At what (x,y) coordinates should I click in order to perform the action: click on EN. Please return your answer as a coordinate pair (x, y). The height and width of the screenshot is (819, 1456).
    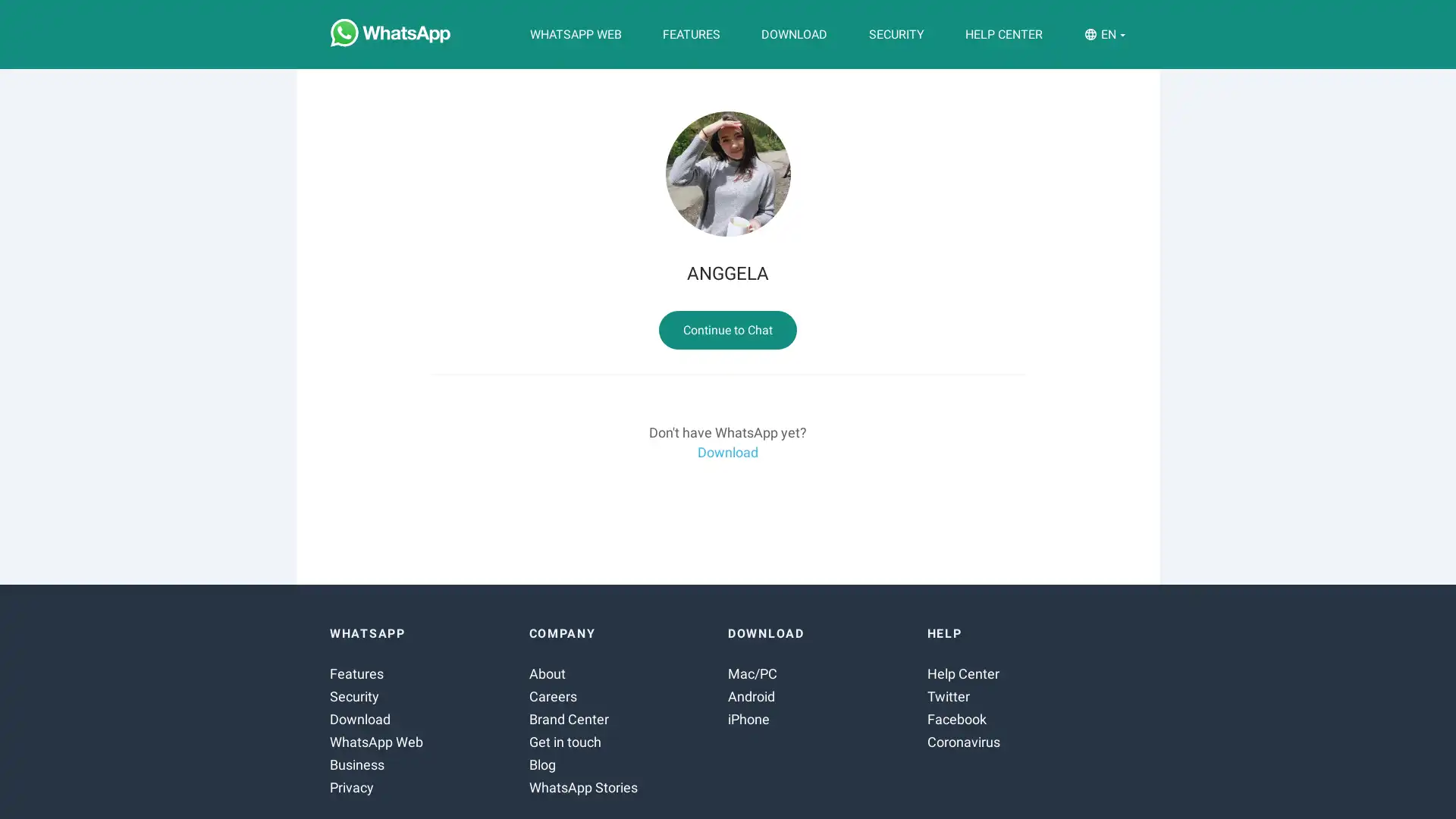
    Looking at the image, I should click on (1105, 34).